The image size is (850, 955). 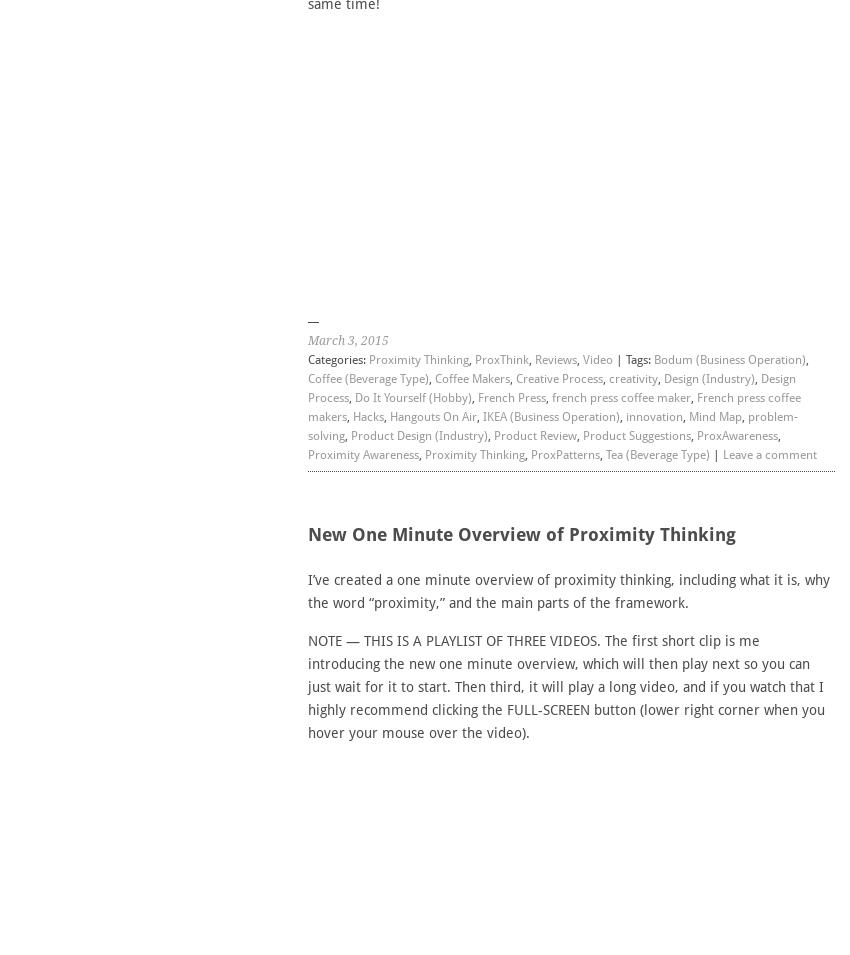 I want to click on 'french press coffee maker', so click(x=619, y=397).